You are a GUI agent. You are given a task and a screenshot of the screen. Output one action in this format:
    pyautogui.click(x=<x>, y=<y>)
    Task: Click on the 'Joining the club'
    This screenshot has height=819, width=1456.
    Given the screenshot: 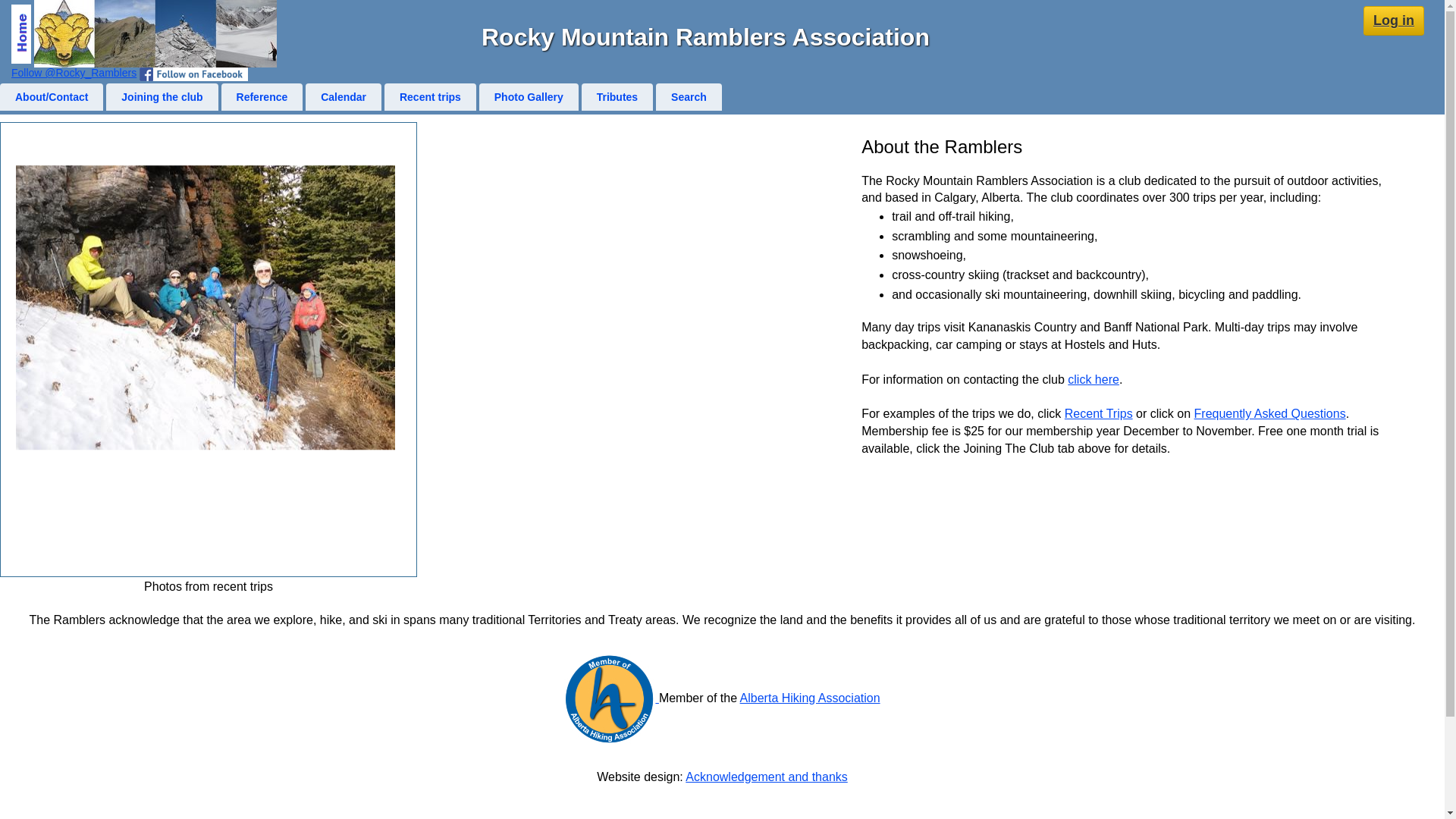 What is the action you would take?
    pyautogui.click(x=162, y=96)
    